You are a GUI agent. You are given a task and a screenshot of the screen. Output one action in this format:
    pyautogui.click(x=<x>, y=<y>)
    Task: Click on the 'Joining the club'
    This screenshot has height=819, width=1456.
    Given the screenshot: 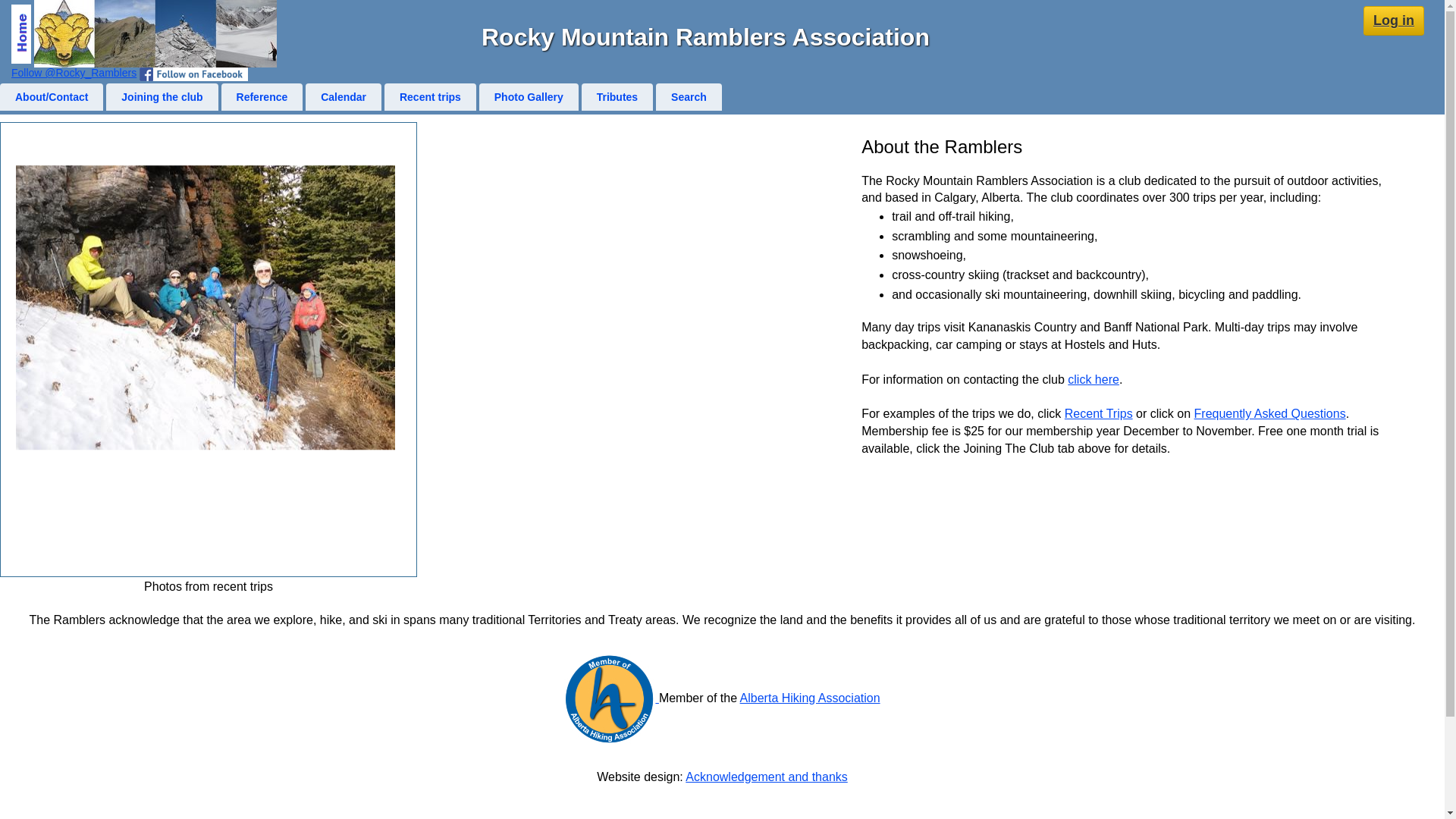 What is the action you would take?
    pyautogui.click(x=162, y=96)
    